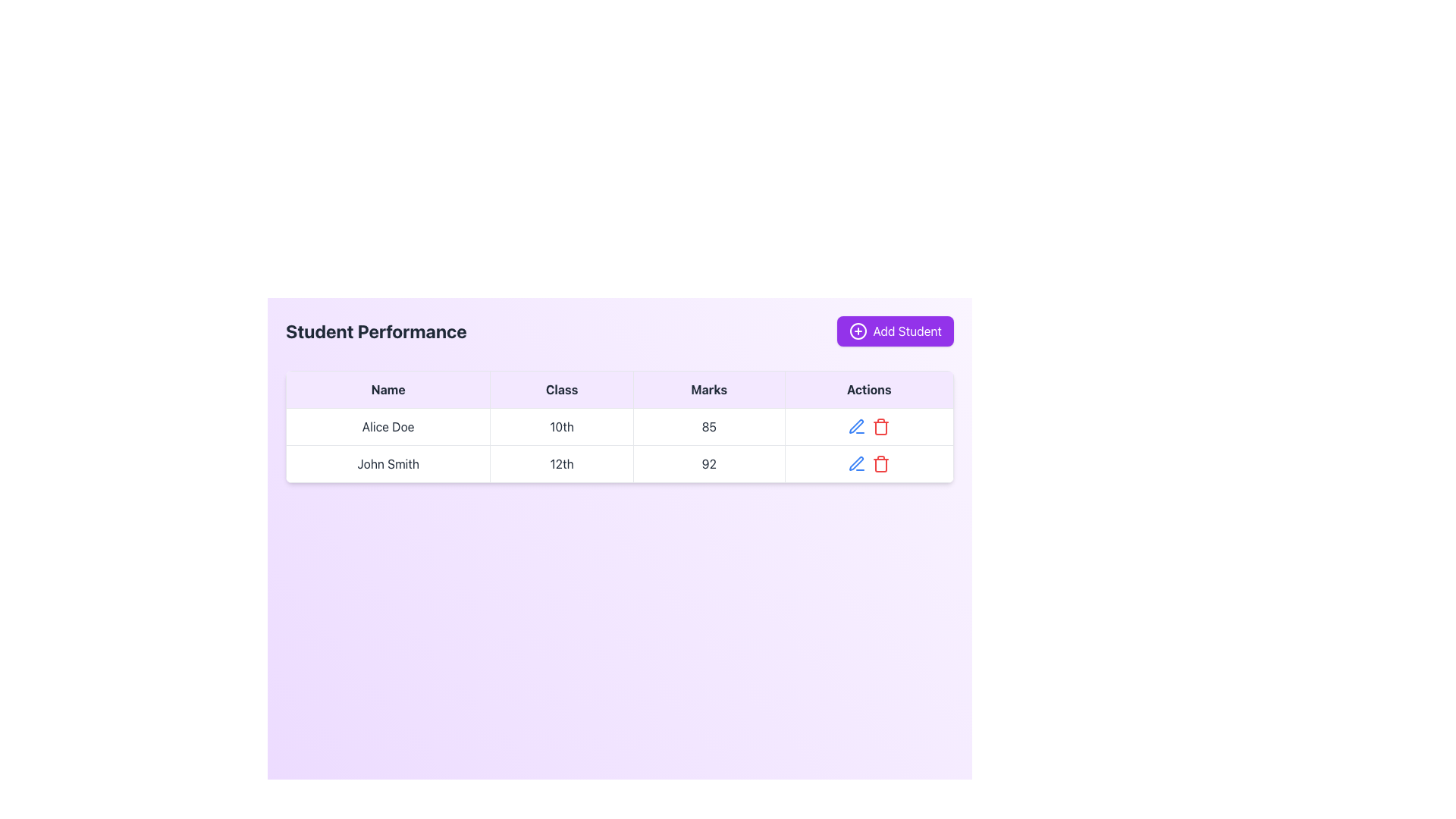  What do you see at coordinates (869, 427) in the screenshot?
I see `the pen icon in the Actions column of the table` at bounding box center [869, 427].